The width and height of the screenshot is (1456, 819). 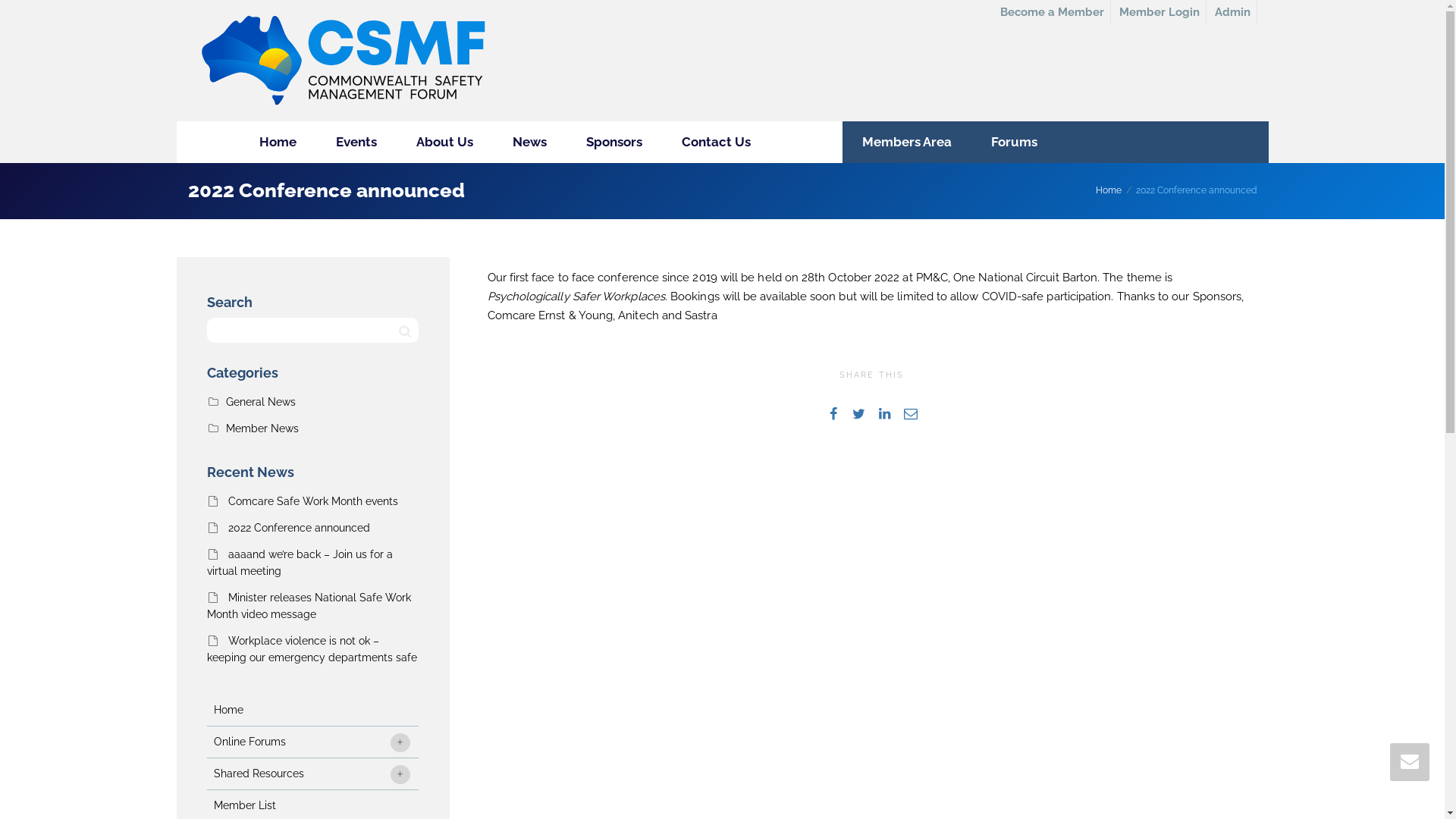 What do you see at coordinates (1233, 12) in the screenshot?
I see `'Admin'` at bounding box center [1233, 12].